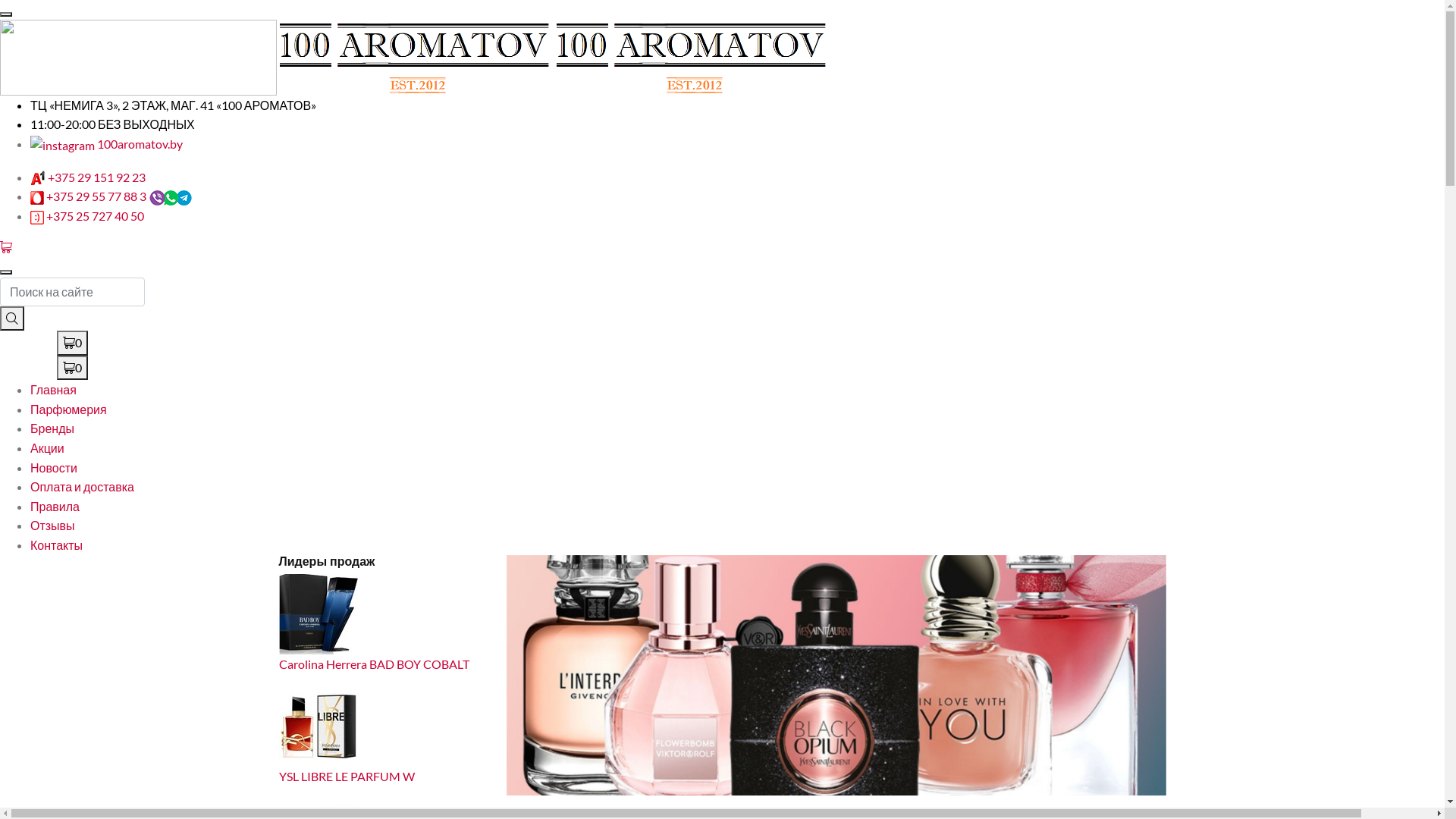 Image resolution: width=1456 pixels, height=819 pixels. I want to click on 'Next', so click(1065, 674).